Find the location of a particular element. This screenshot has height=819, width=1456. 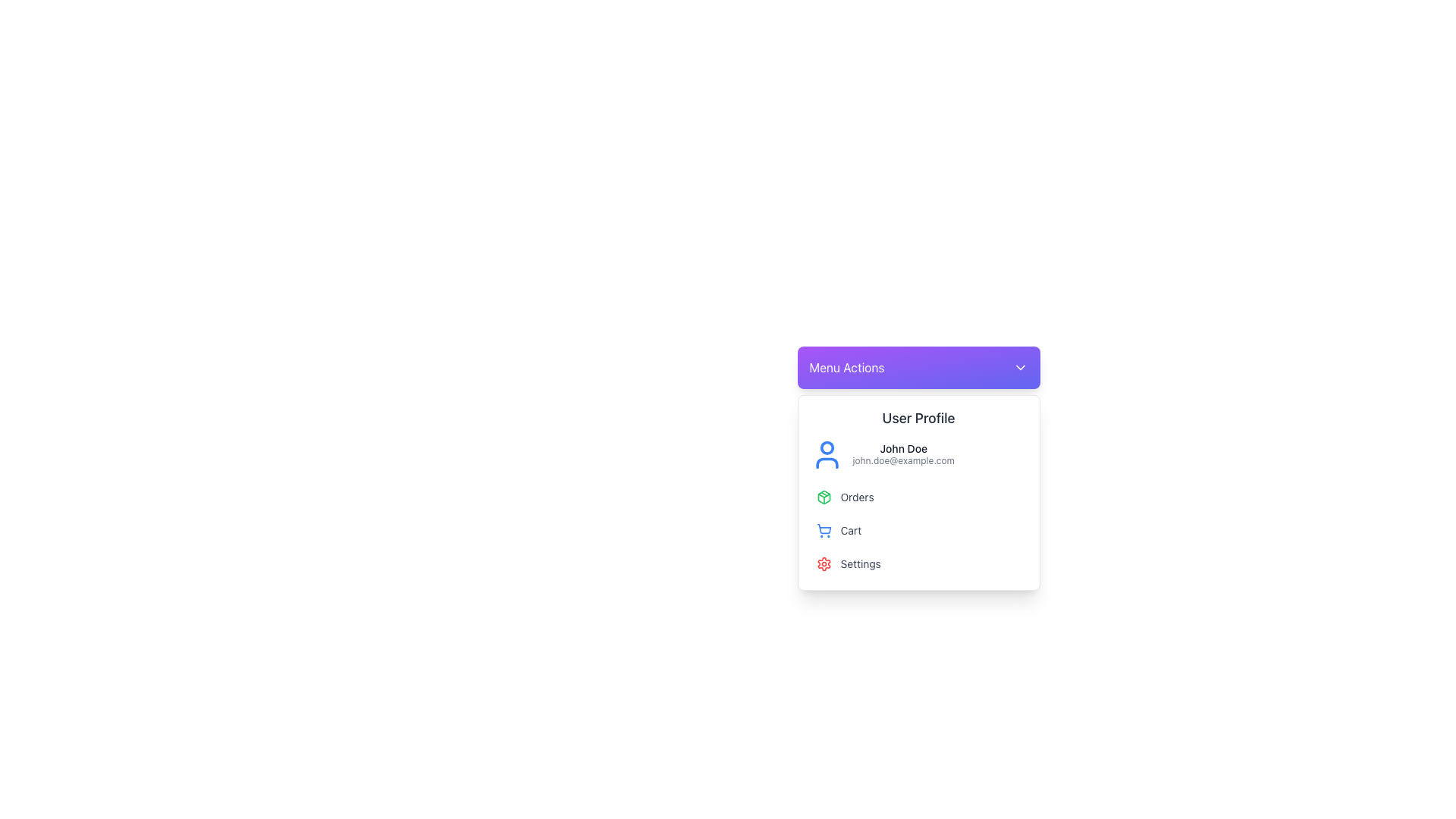

the 'Orders' text label, which is styled in a clean, sans-serif font and positioned to the right of a green box icon is located at coordinates (857, 497).